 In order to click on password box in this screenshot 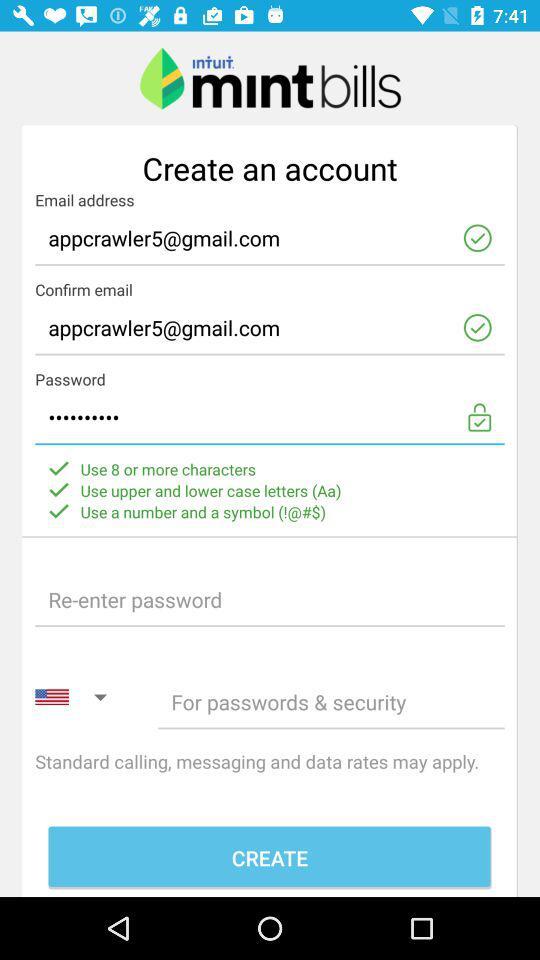, I will do `click(331, 701)`.